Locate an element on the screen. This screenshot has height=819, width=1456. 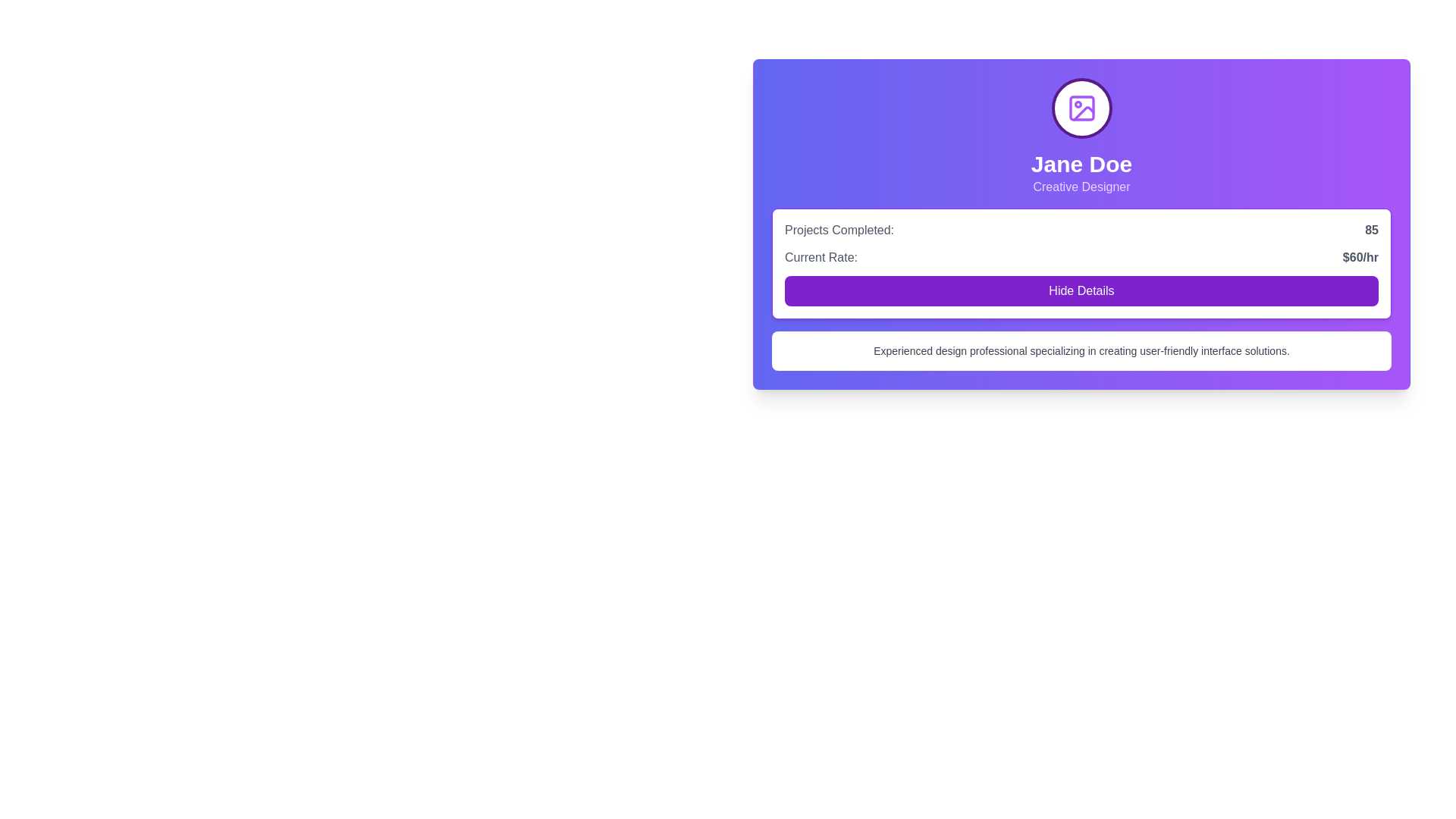
static text label indicating the total number of projects completed, positioned to the left of the number '85' is located at coordinates (839, 231).